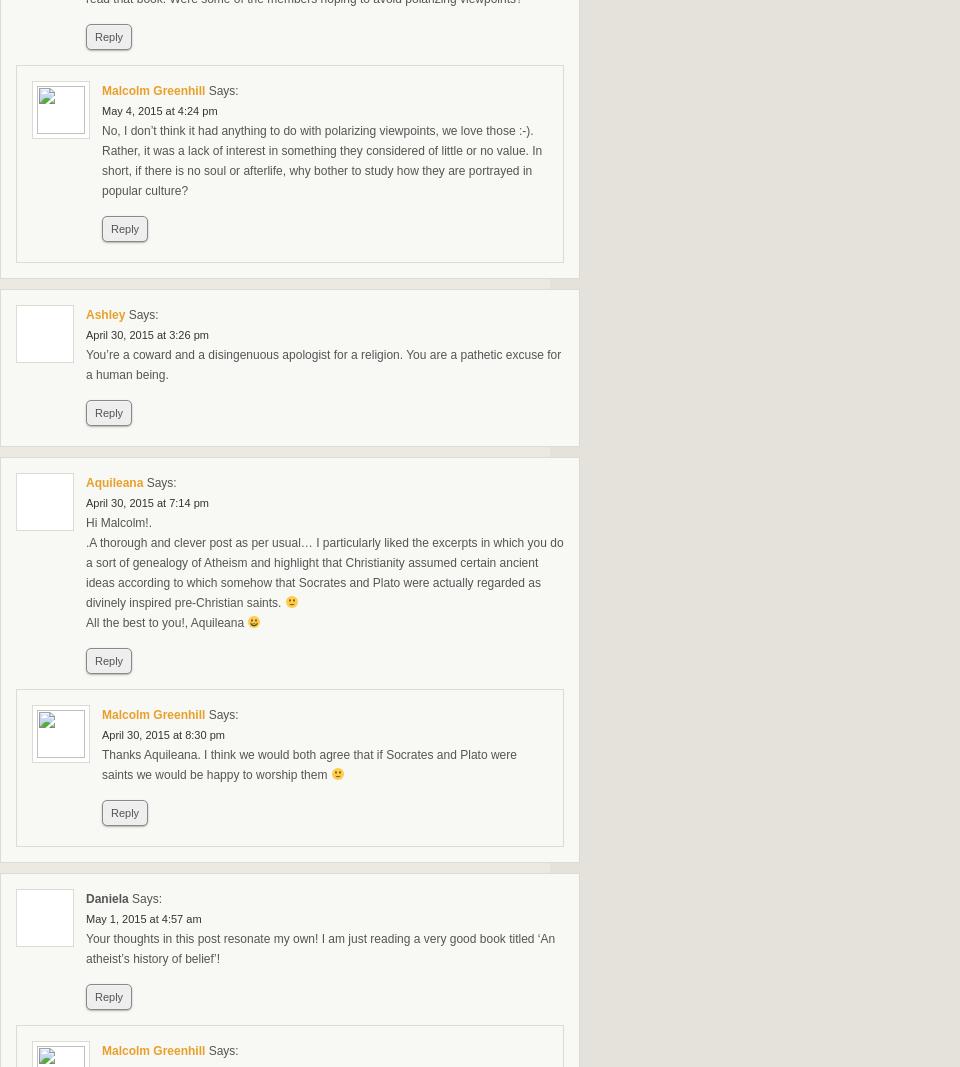 Image resolution: width=960 pixels, height=1067 pixels. What do you see at coordinates (323, 364) in the screenshot?
I see `'You’re a coward and a disingenuous apologist for a religion.  You are a pathetic excuse for a human being.'` at bounding box center [323, 364].